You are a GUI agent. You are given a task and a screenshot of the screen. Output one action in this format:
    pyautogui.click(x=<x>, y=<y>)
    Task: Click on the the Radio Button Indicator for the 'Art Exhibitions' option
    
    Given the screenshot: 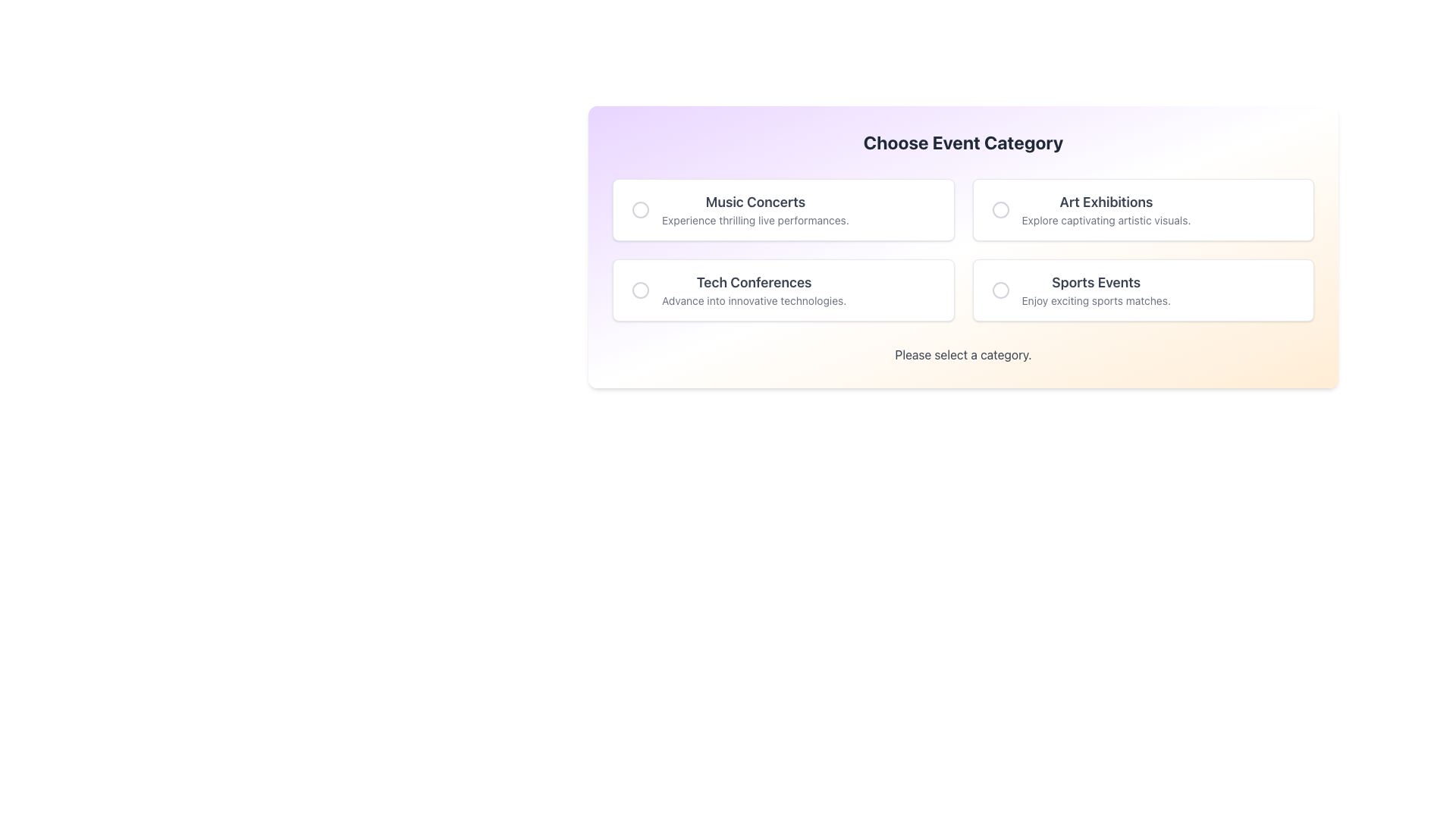 What is the action you would take?
    pyautogui.click(x=1000, y=210)
    